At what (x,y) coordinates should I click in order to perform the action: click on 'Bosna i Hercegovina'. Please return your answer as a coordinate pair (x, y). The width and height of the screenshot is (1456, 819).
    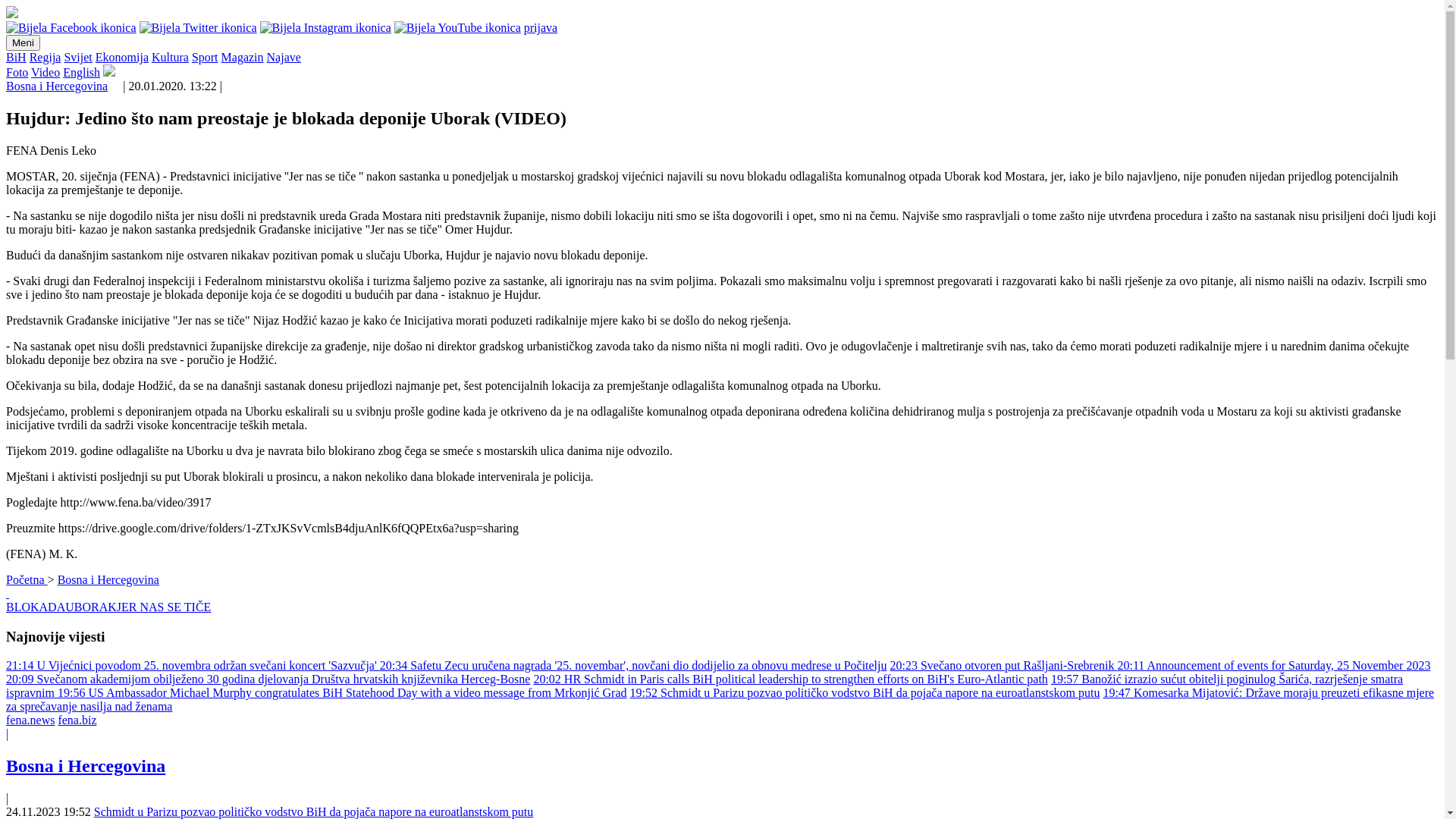
    Looking at the image, I should click on (57, 86).